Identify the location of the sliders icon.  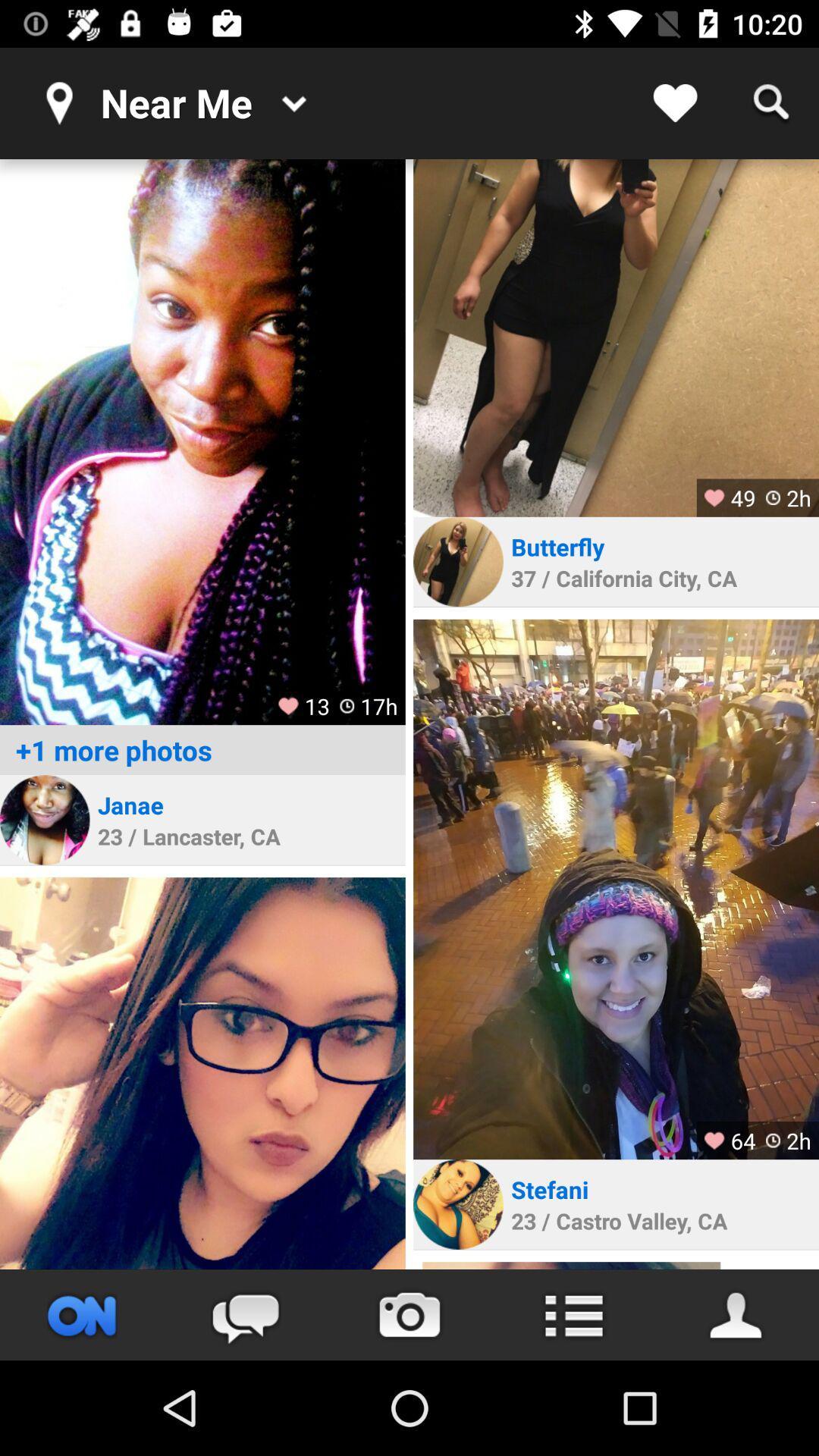
(82, 1314).